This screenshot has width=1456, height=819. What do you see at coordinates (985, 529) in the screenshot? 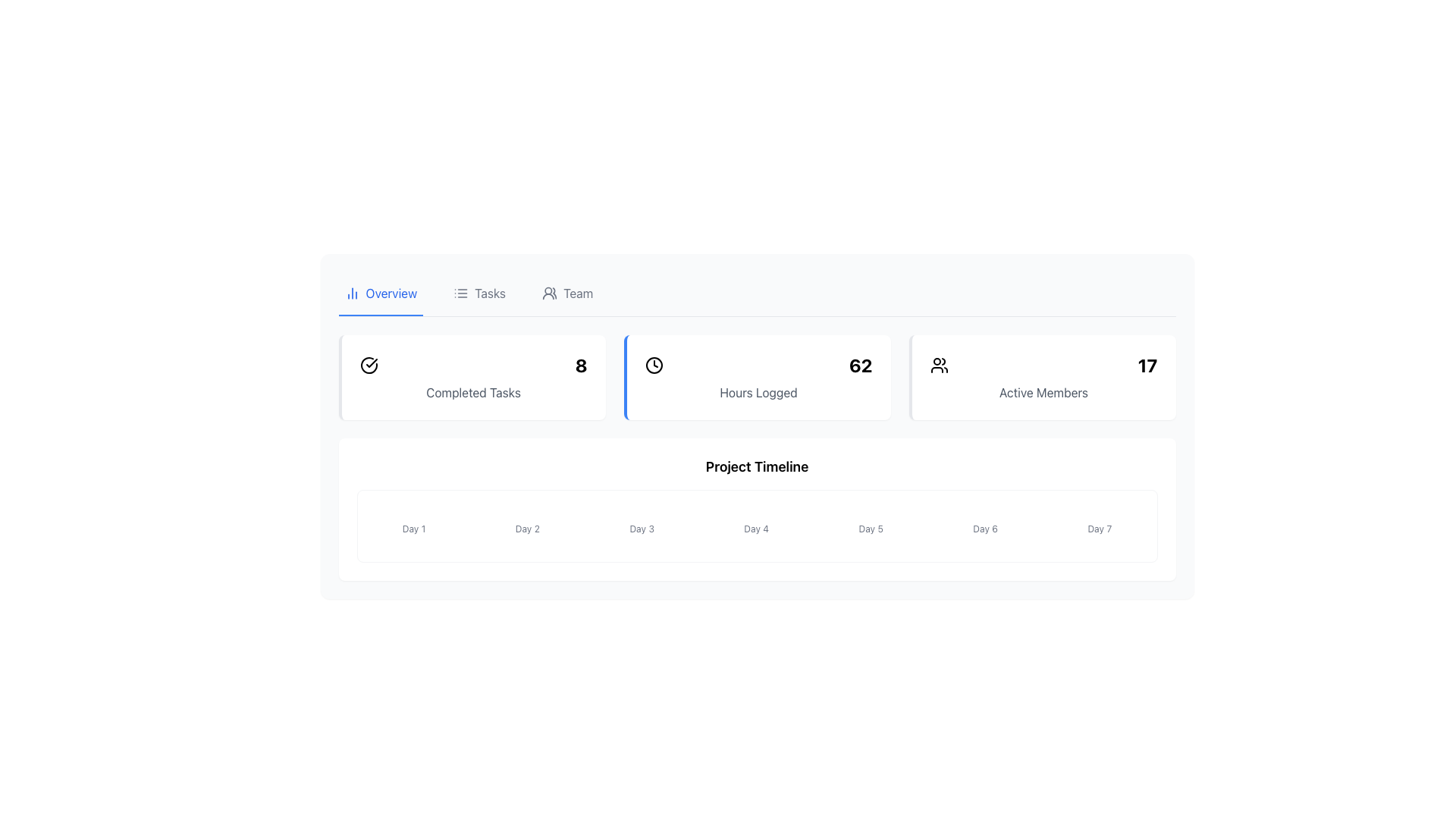
I see `the text label displaying 'Day 6' in gray font, which is part of the Project Timeline section between 'Day 5' and 'Day 7'` at bounding box center [985, 529].